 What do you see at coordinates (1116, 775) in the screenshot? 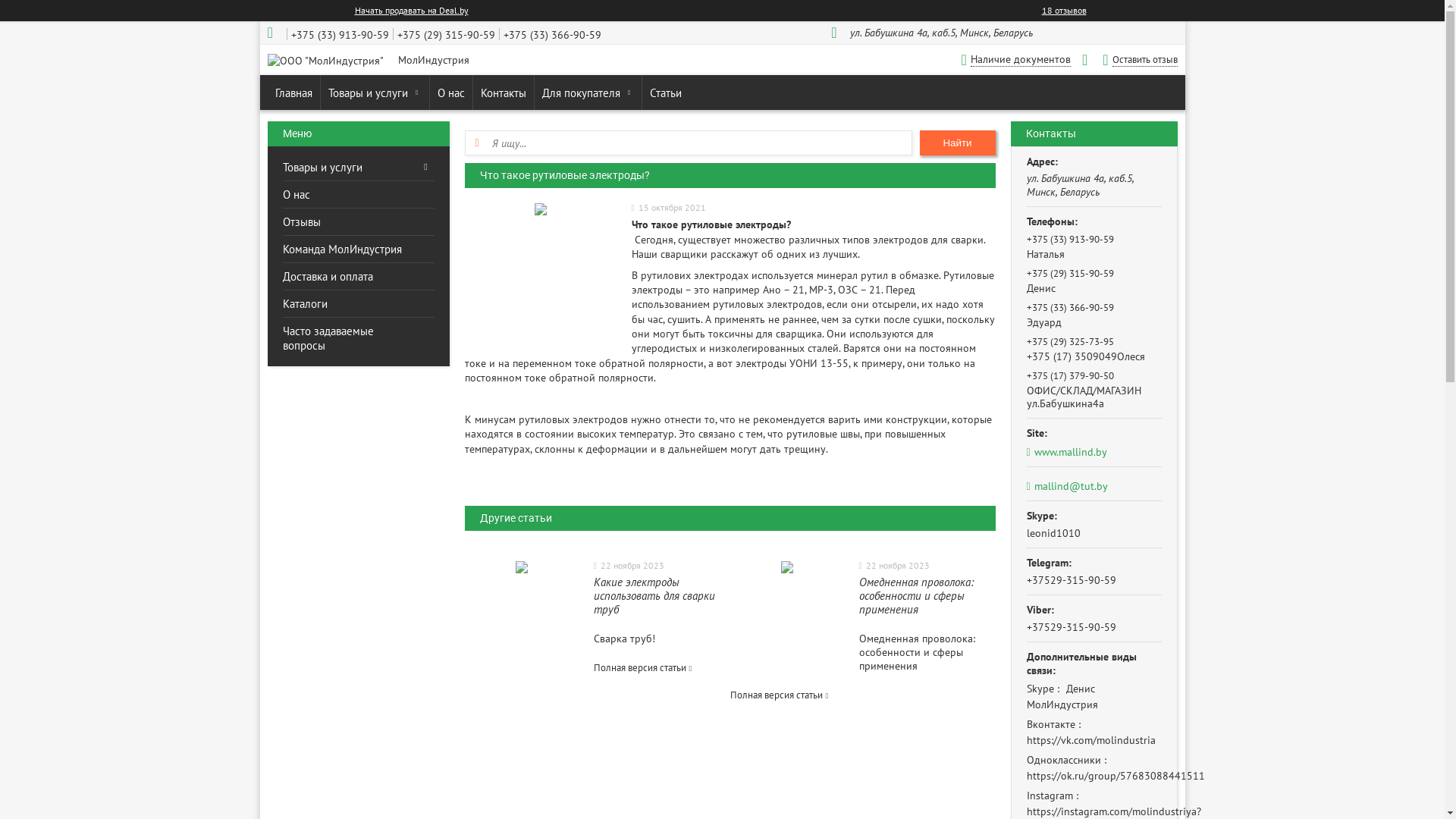
I see `'https://ok.ru/group/57683088441511'` at bounding box center [1116, 775].